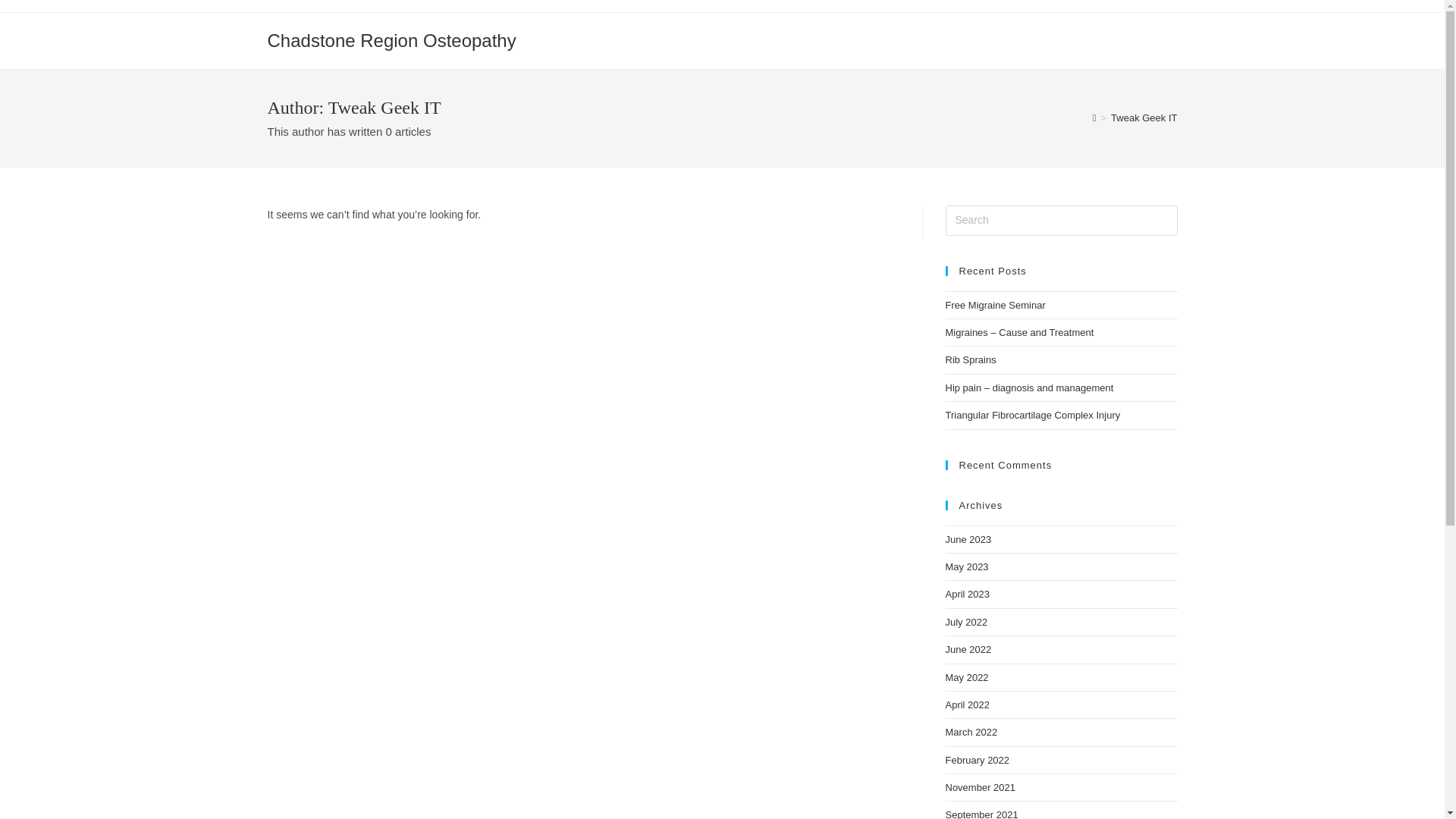 This screenshot has width=1456, height=819. What do you see at coordinates (977, 760) in the screenshot?
I see `'February 2022'` at bounding box center [977, 760].